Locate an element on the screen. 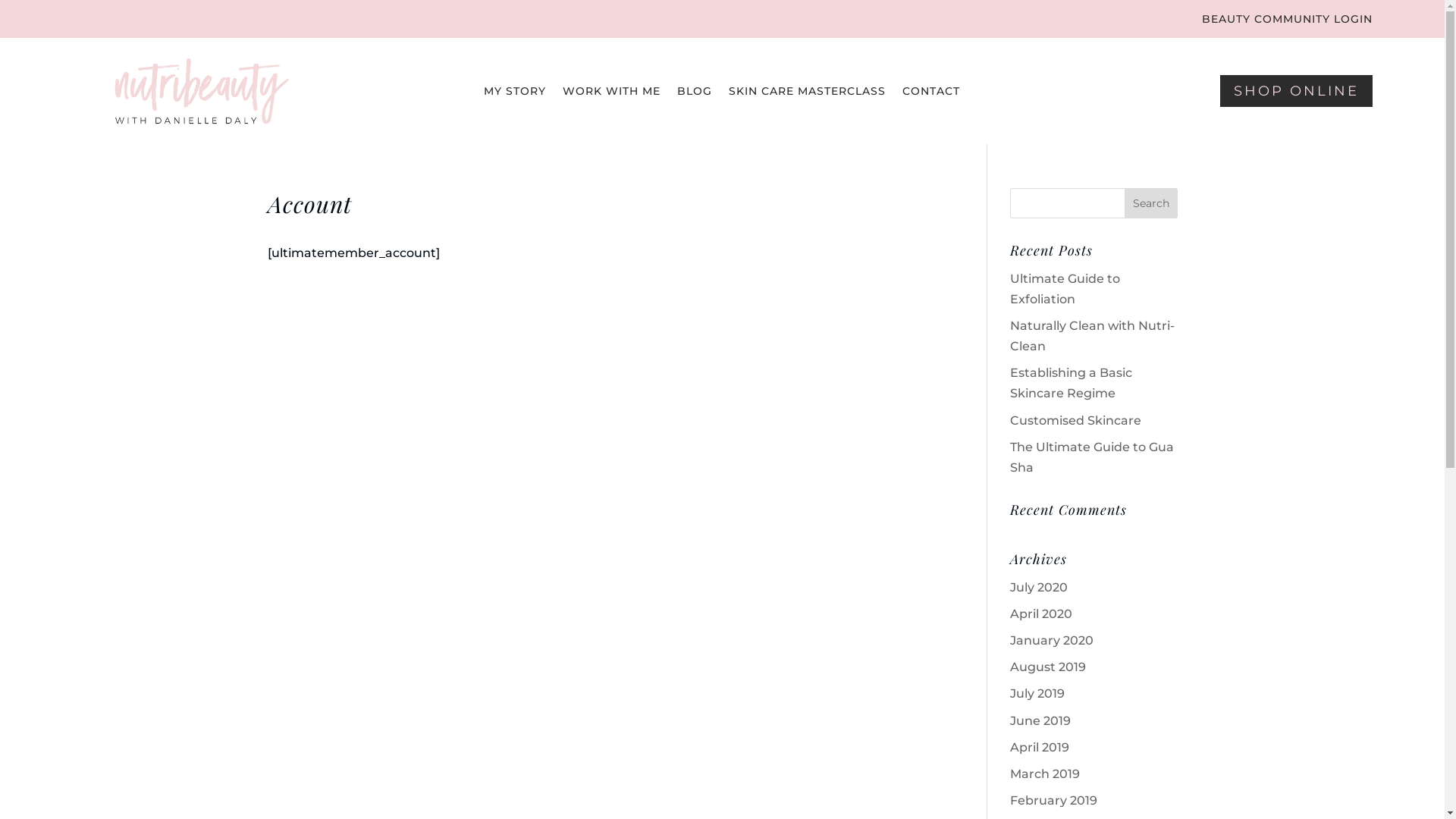  'SKIN CARE MASTERCLASS' is located at coordinates (806, 93).